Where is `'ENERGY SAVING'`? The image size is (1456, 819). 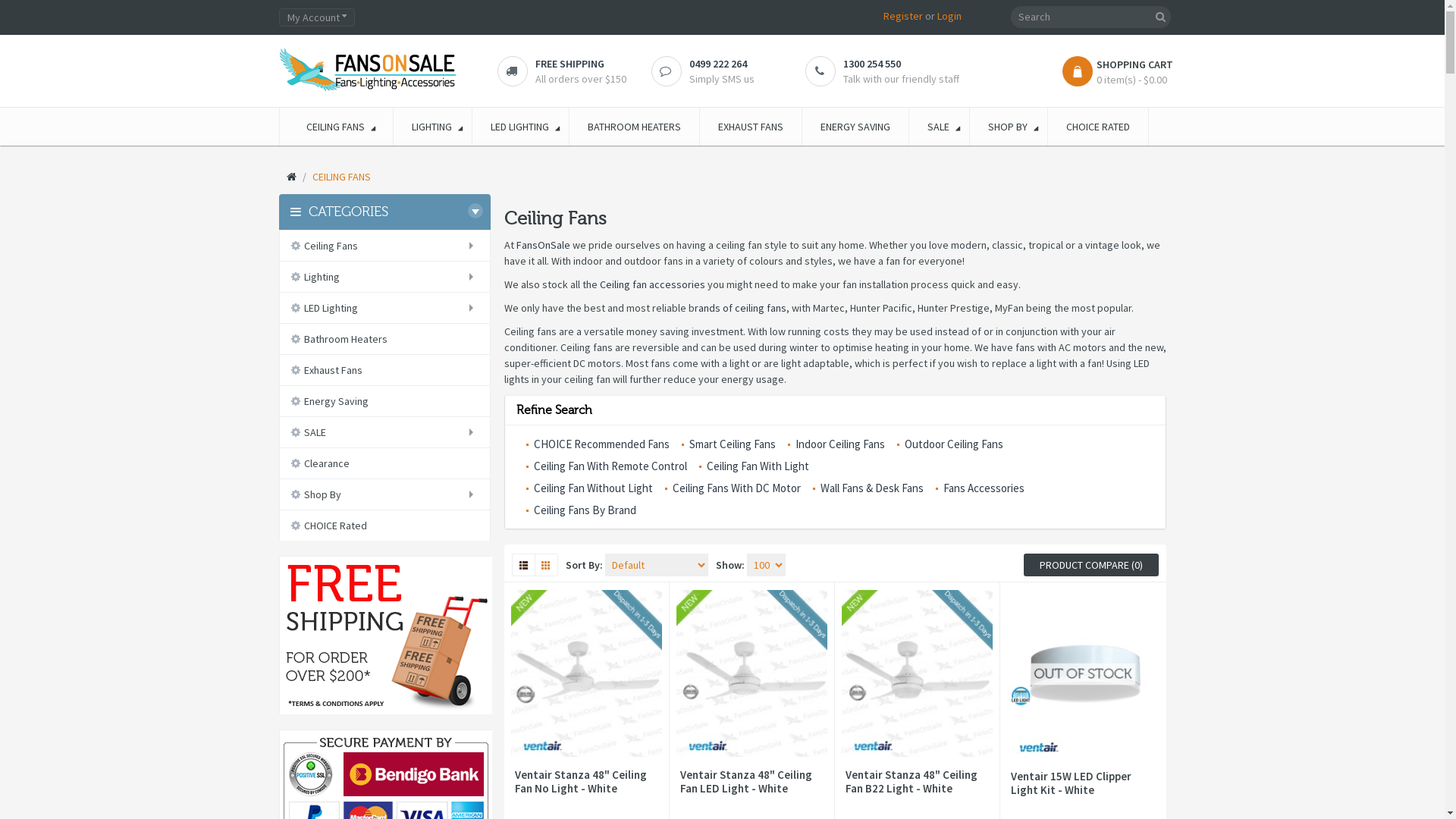
'ENERGY SAVING' is located at coordinates (801, 125).